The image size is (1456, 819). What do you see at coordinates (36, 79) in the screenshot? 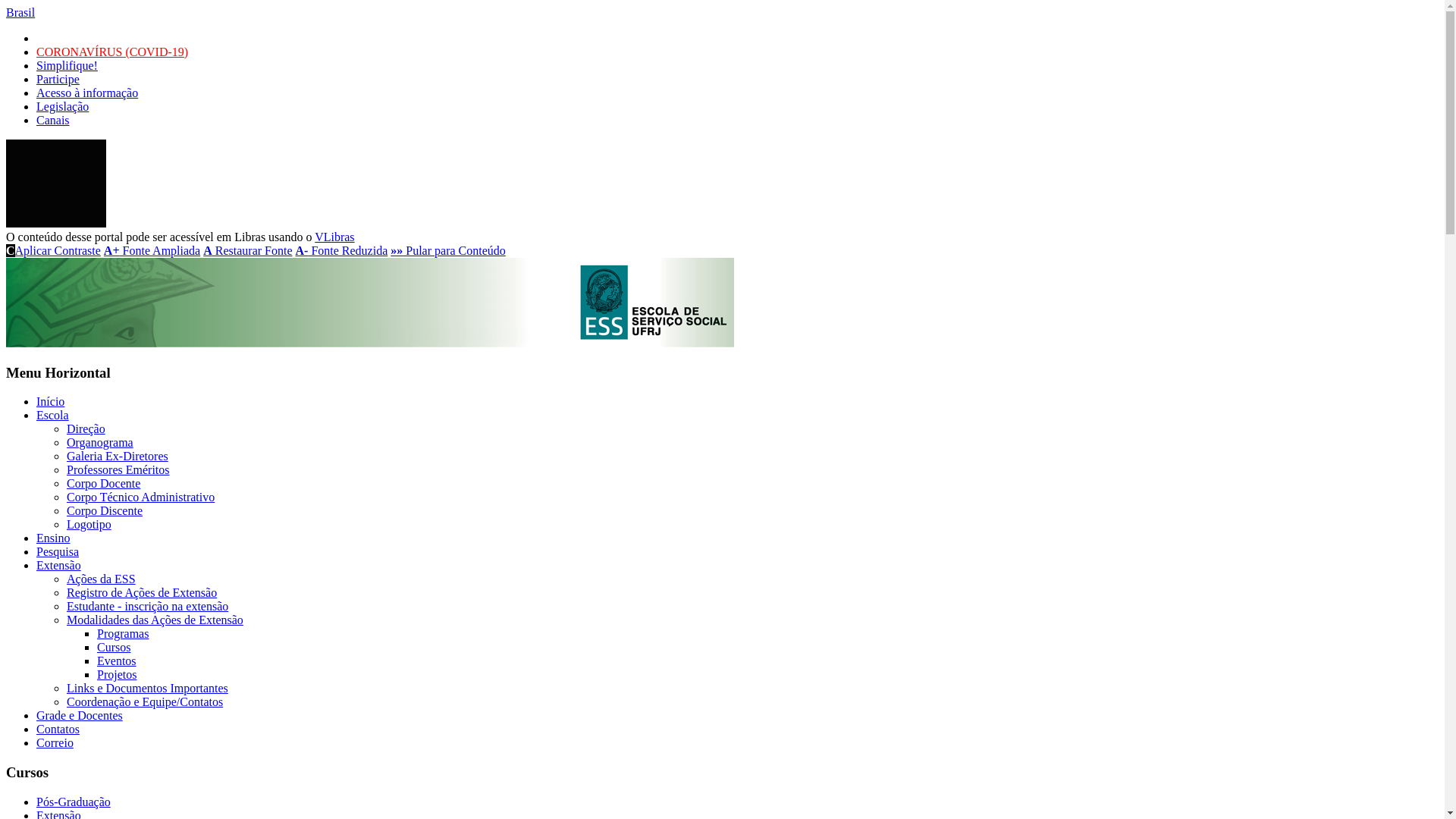
I see `'Participe'` at bounding box center [36, 79].